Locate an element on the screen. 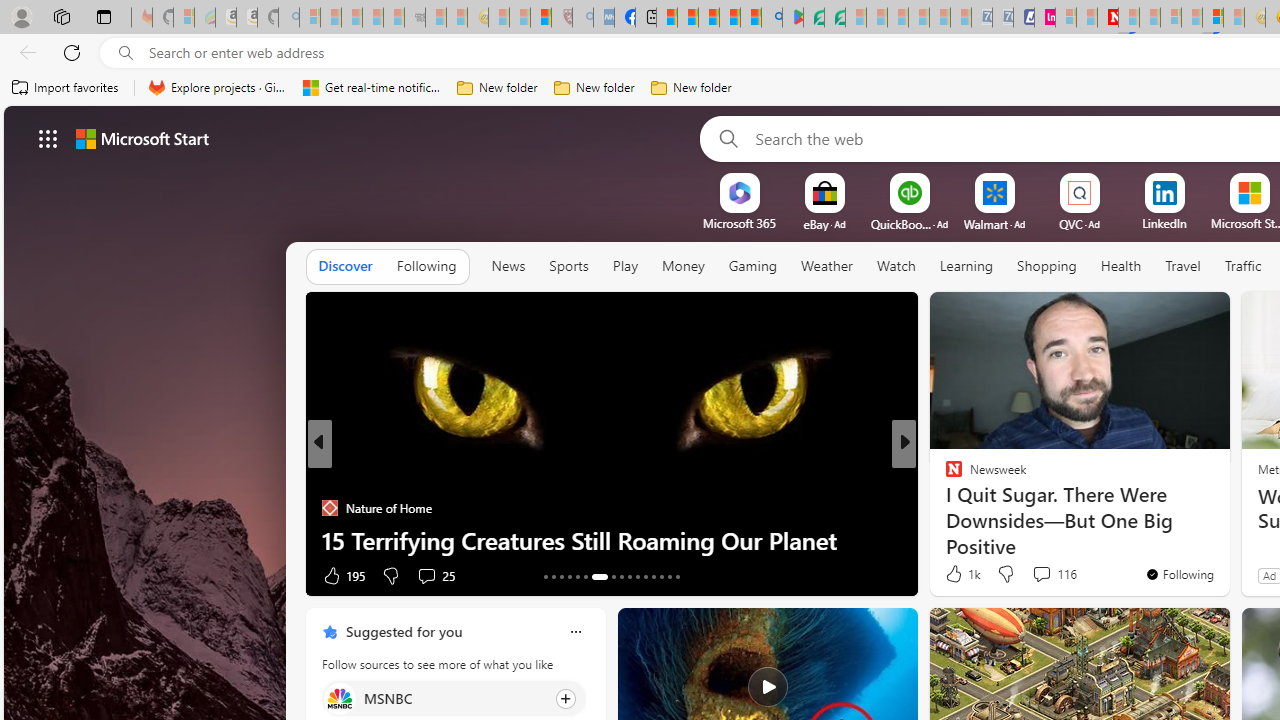 This screenshot has width=1280, height=720. 'View comments 84 Comment' is located at coordinates (1050, 575).